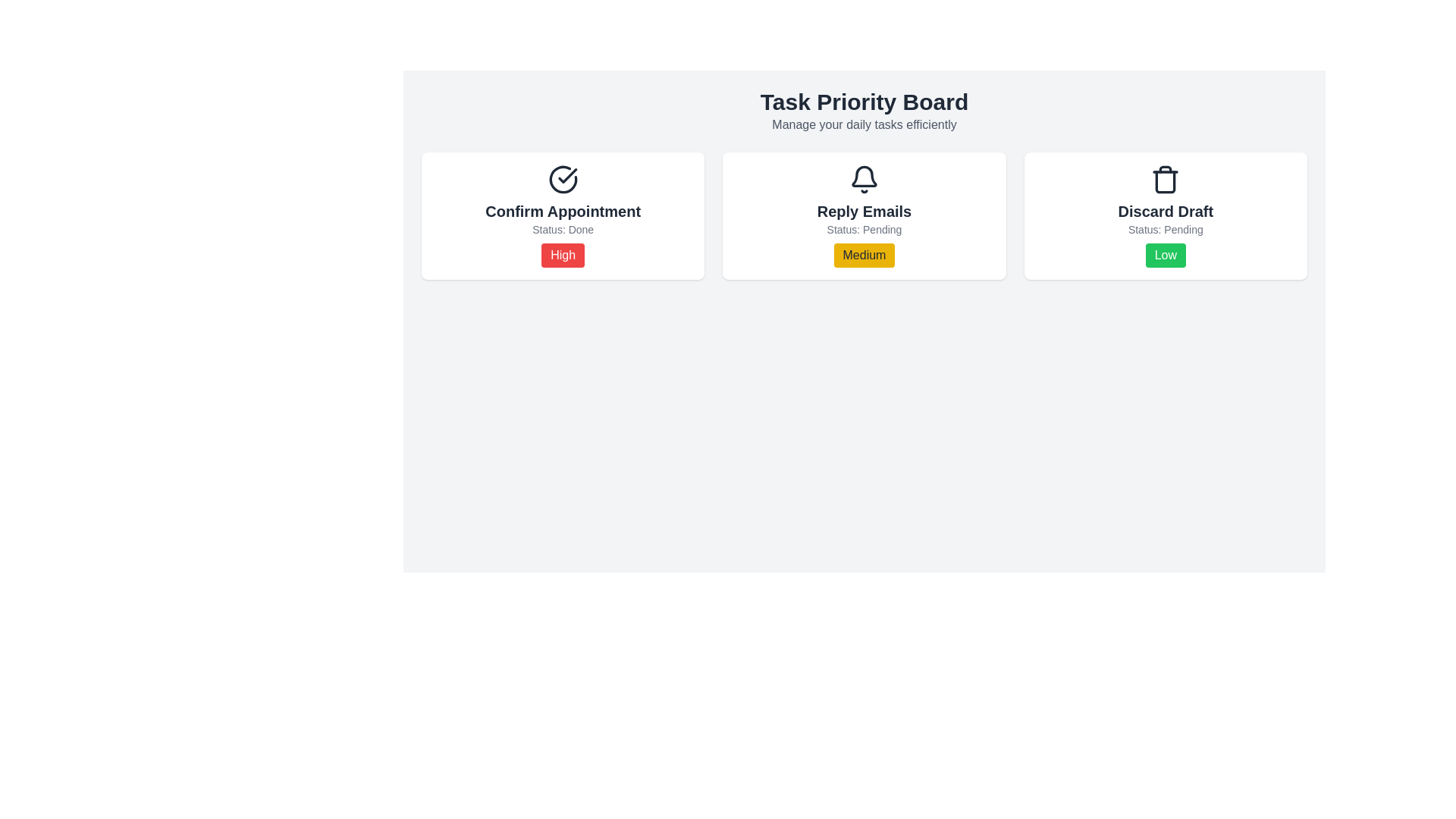 The height and width of the screenshot is (819, 1456). Describe the element at coordinates (1165, 254) in the screenshot. I see `the visual indicator representing the low priority status of the task 'Discard Draft'` at that location.